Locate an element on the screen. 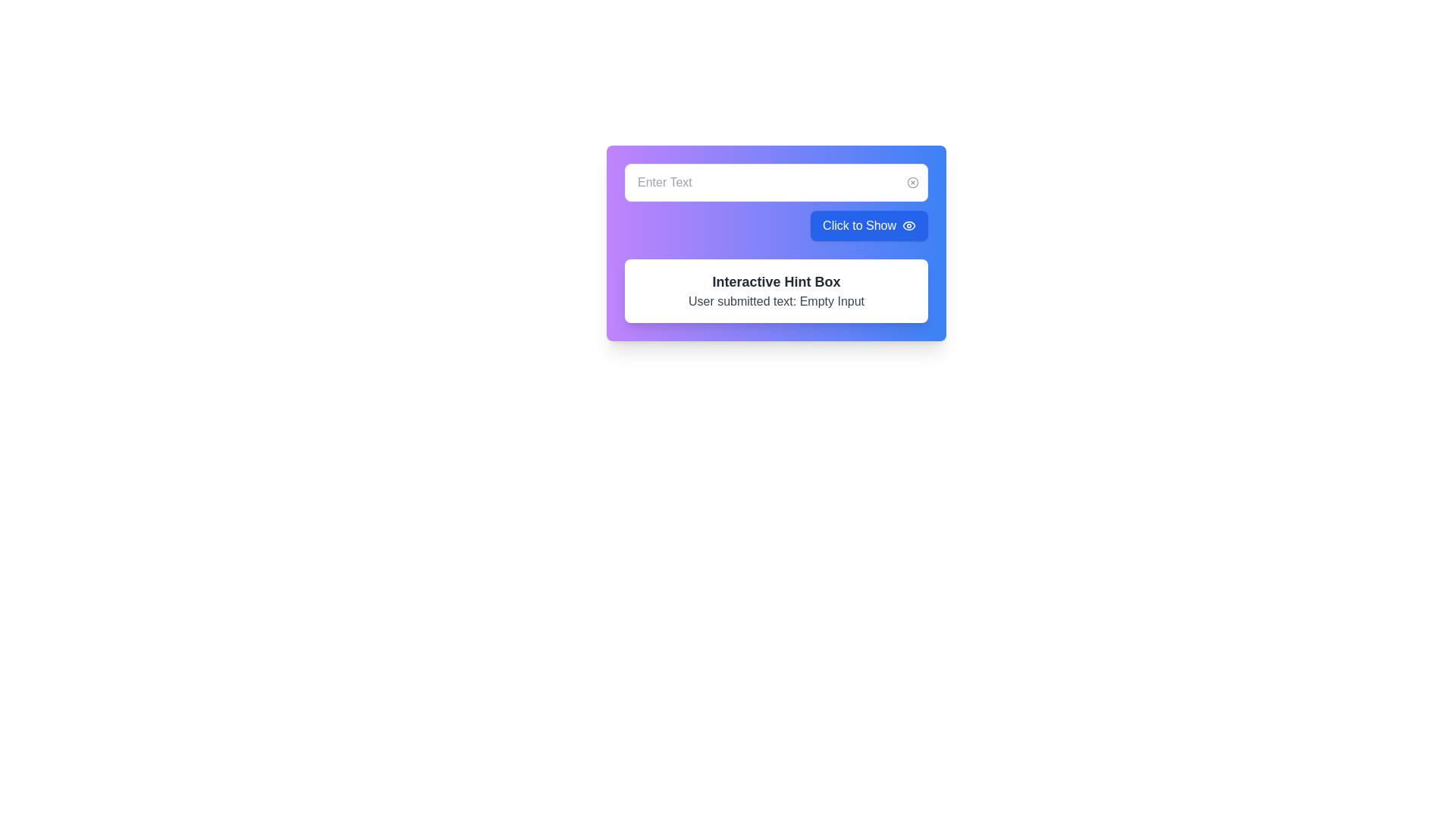  the eye icon located on the 'Click to Show' button is located at coordinates (909, 225).